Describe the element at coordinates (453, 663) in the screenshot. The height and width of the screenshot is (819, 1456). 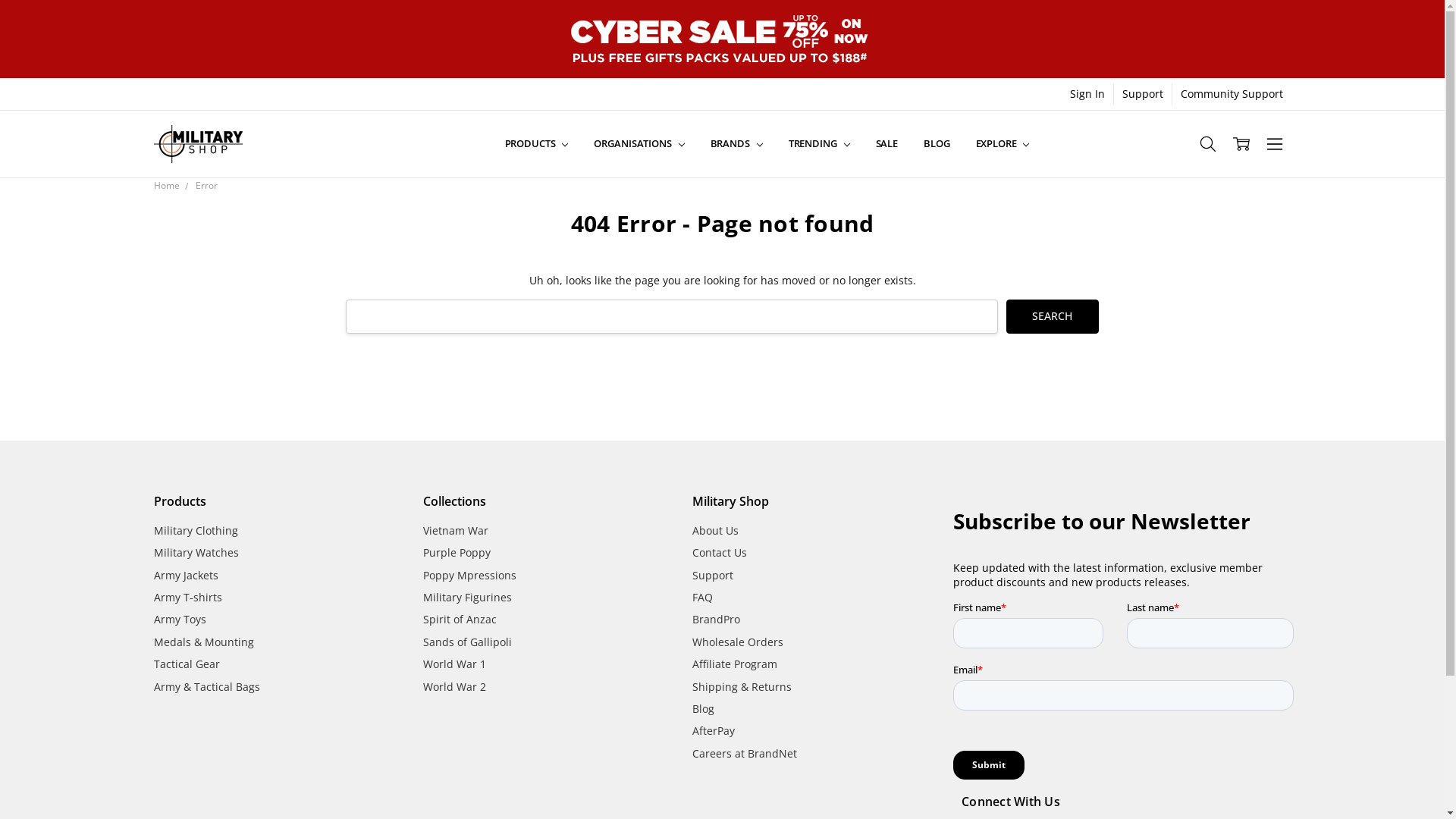
I see `'World War 1'` at that location.